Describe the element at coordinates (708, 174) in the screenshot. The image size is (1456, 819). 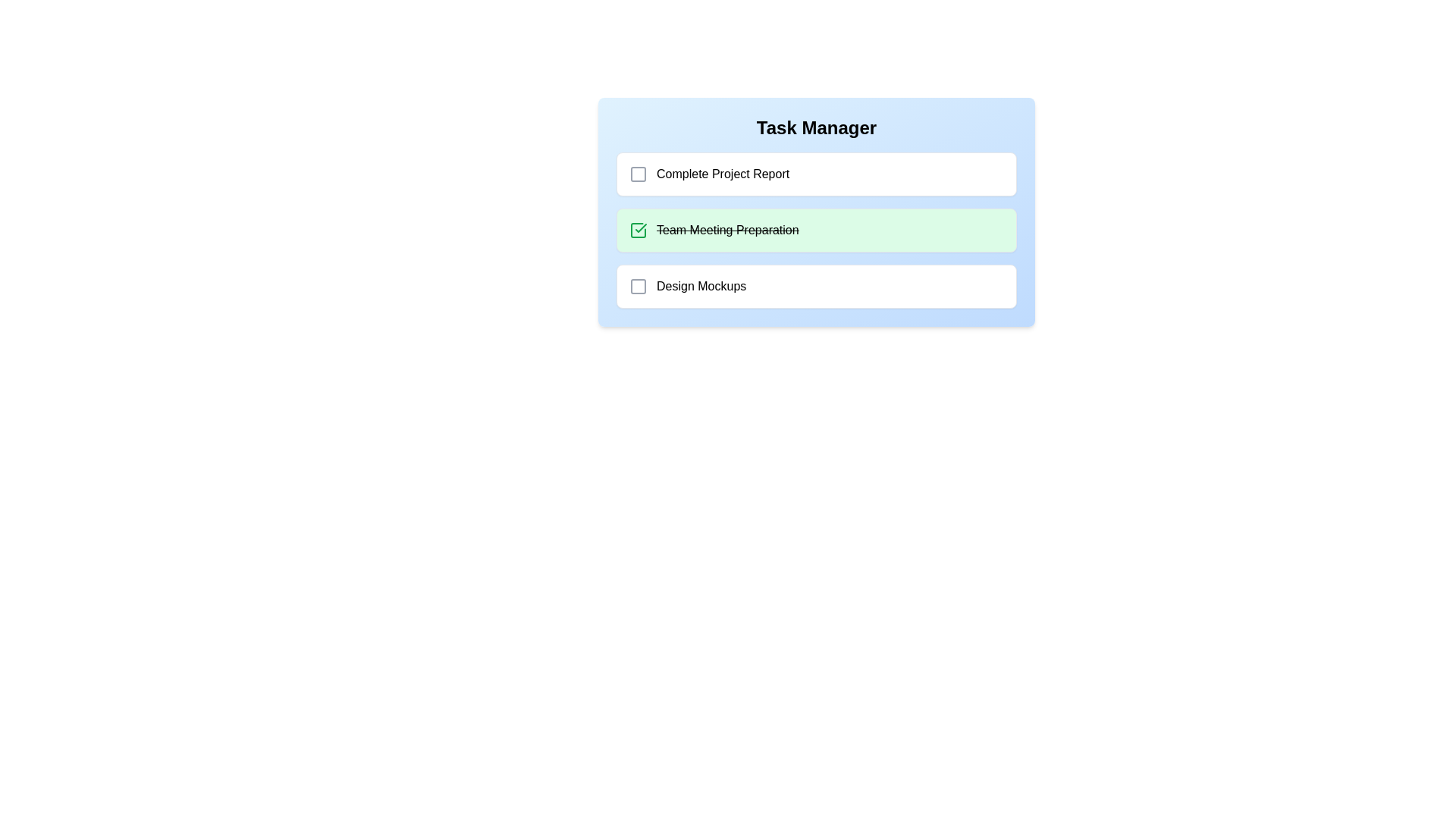
I see `text element that displays 'Complete Project Report', which is accompanied by a square icon with a gray outline on its left side, located at the topmost task item in the task manager interface` at that location.